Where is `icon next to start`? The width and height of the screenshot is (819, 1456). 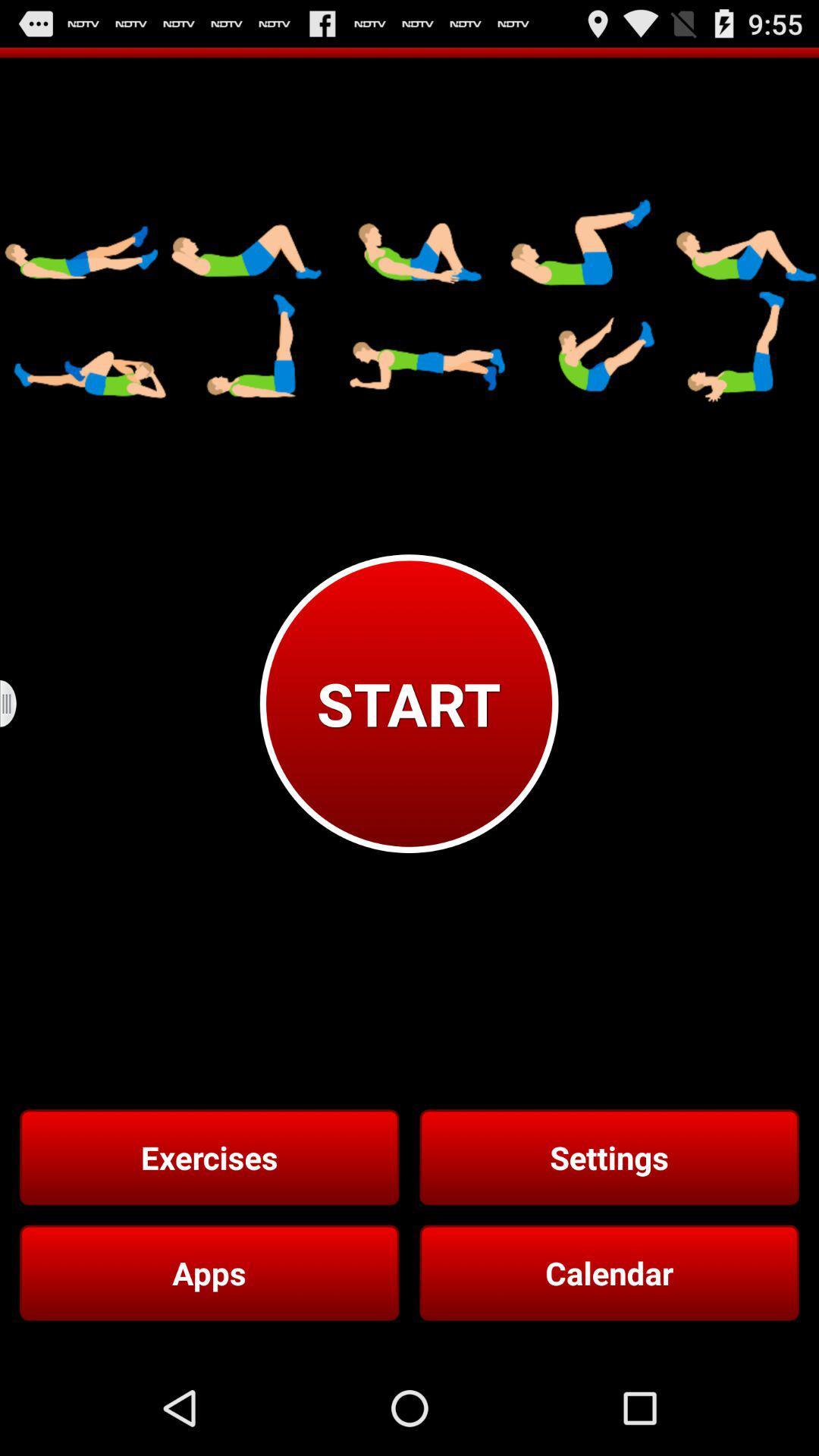 icon next to start is located at coordinates (17, 703).